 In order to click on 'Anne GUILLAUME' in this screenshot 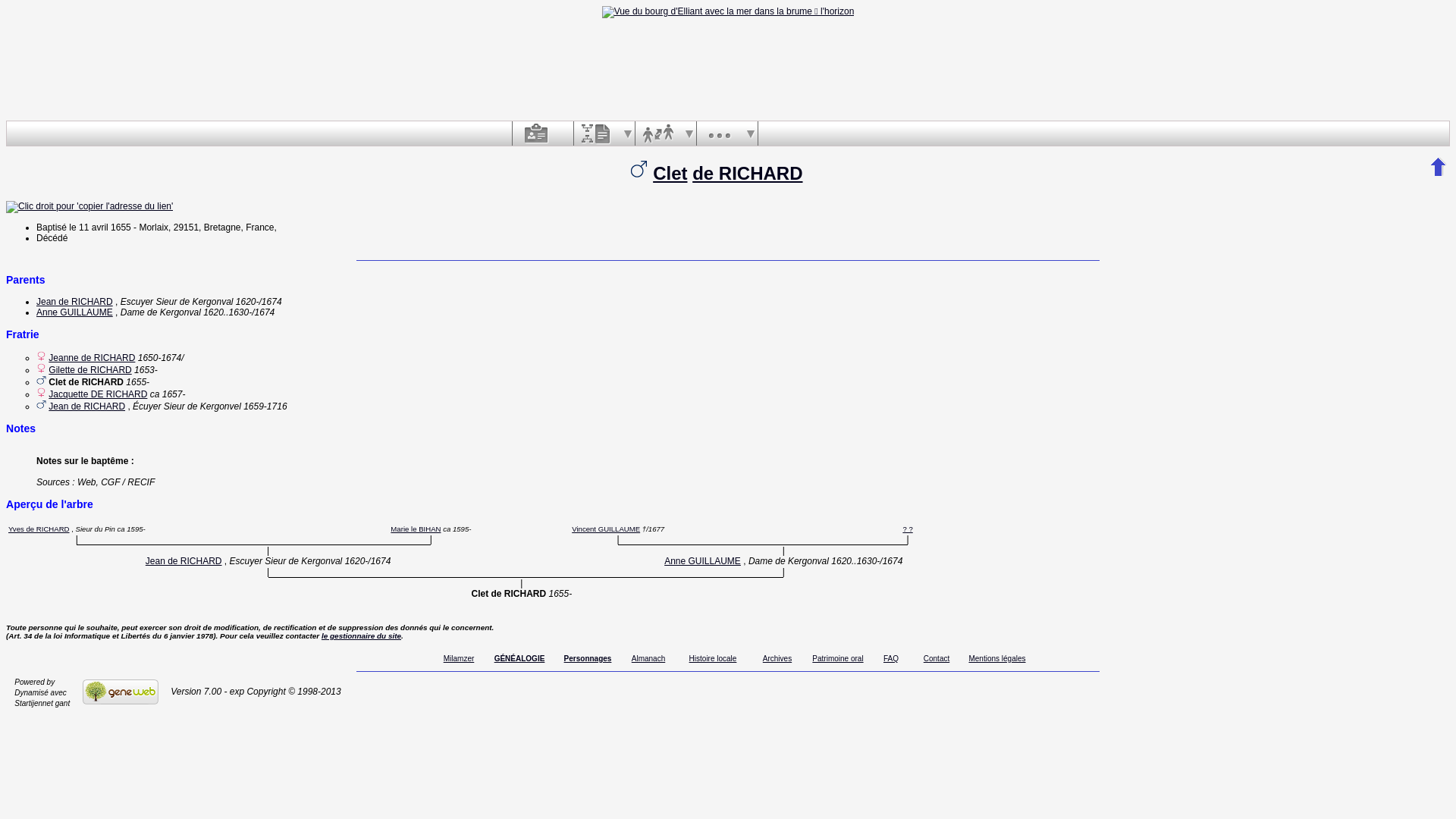, I will do `click(74, 312)`.